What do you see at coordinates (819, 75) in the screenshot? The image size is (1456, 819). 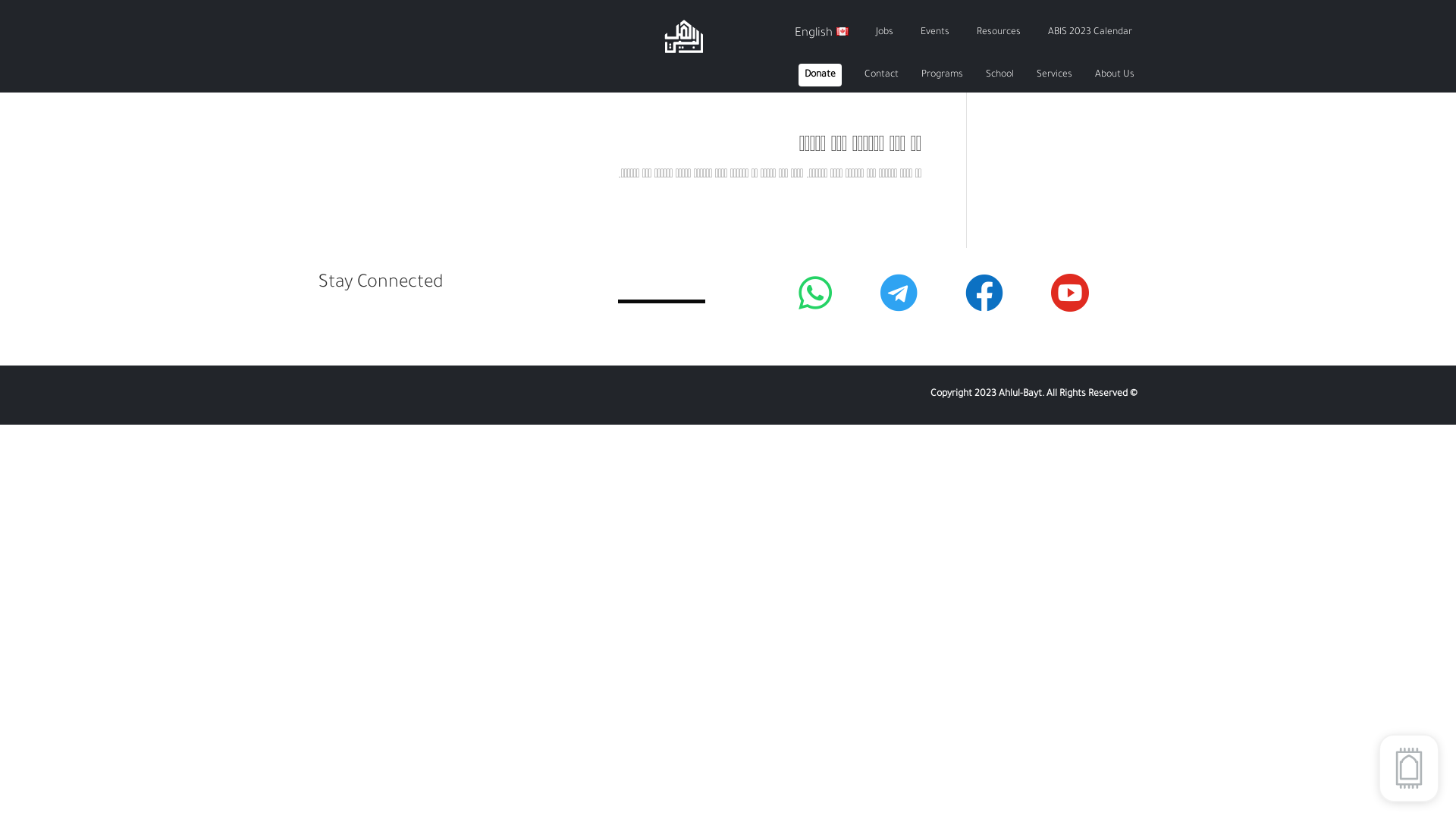 I see `'Donate'` at bounding box center [819, 75].